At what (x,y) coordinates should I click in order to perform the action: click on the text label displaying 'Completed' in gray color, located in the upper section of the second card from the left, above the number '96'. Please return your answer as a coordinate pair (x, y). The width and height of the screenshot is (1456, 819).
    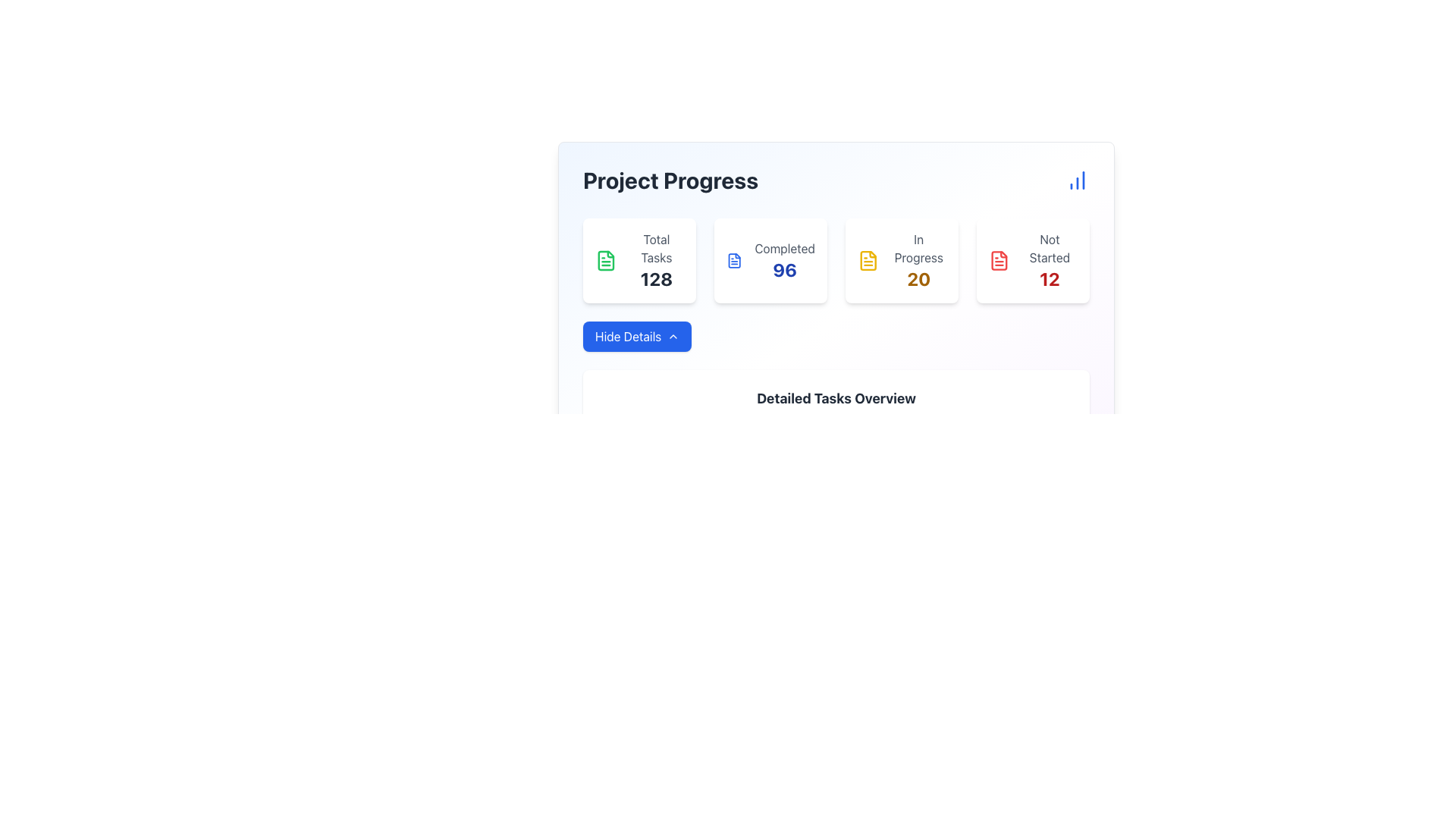
    Looking at the image, I should click on (785, 247).